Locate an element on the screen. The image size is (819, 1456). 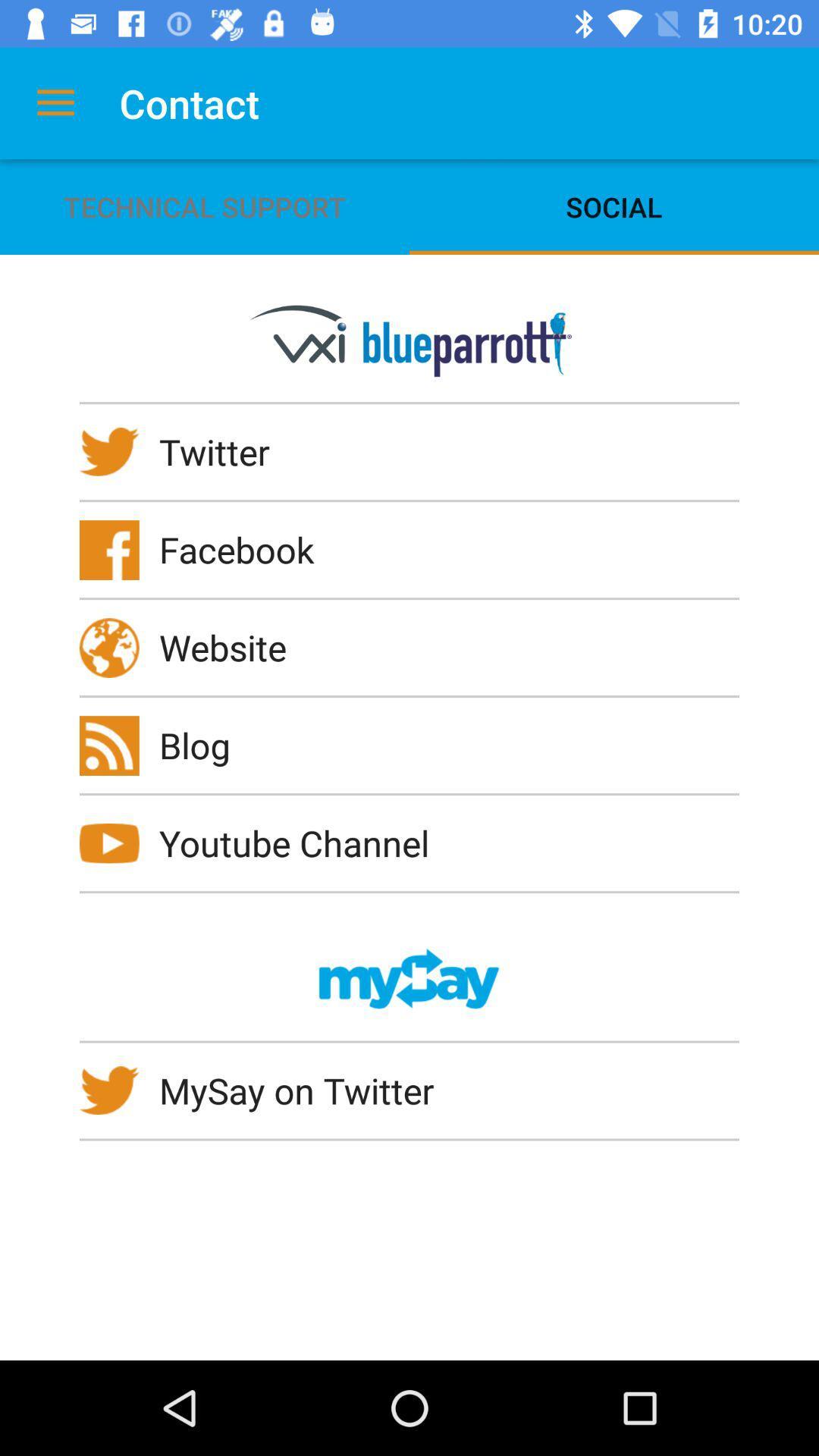
the youtube channel is located at coordinates (304, 842).